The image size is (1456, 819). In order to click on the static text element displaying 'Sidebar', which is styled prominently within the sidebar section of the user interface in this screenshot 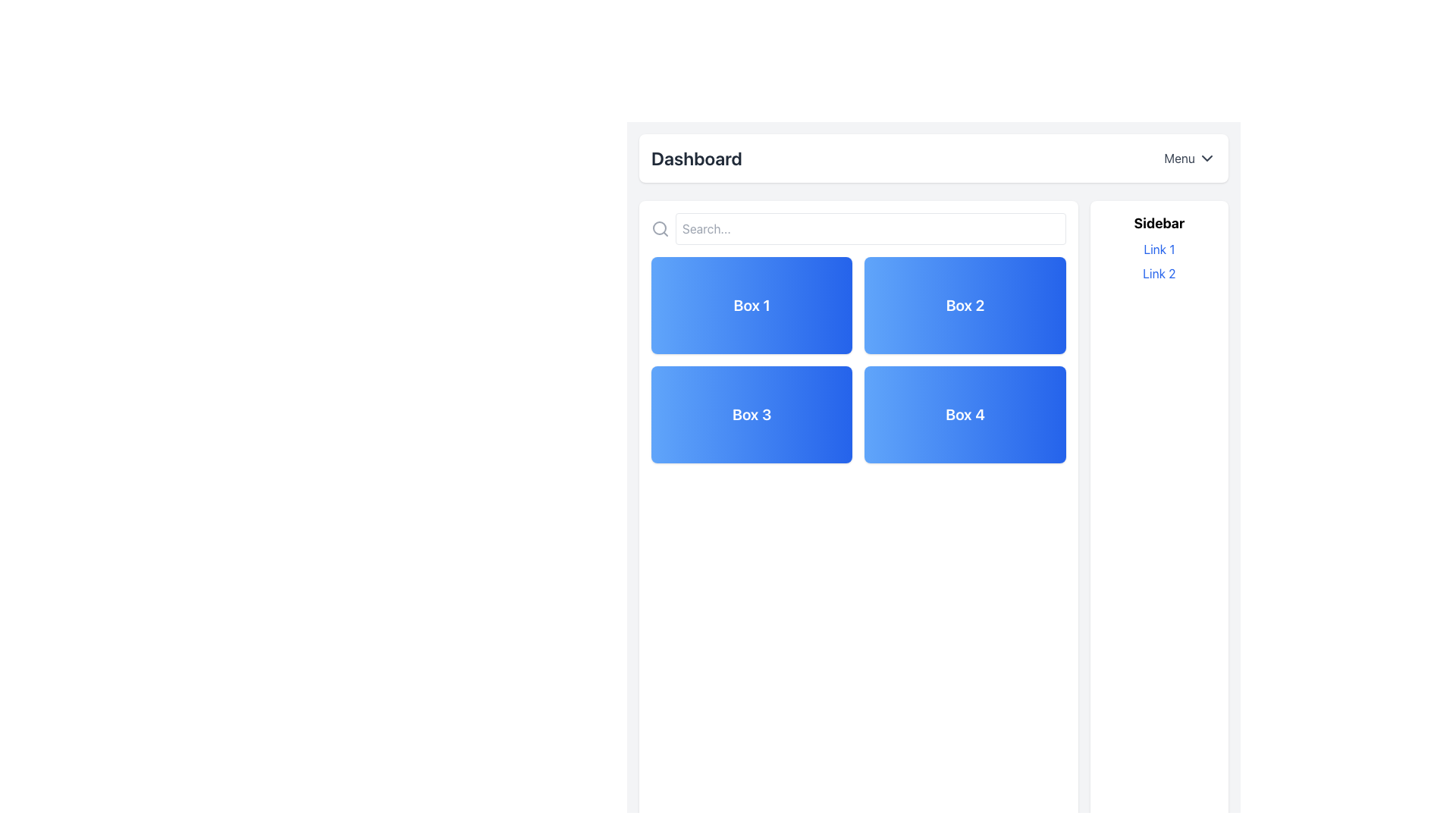, I will do `click(1158, 223)`.